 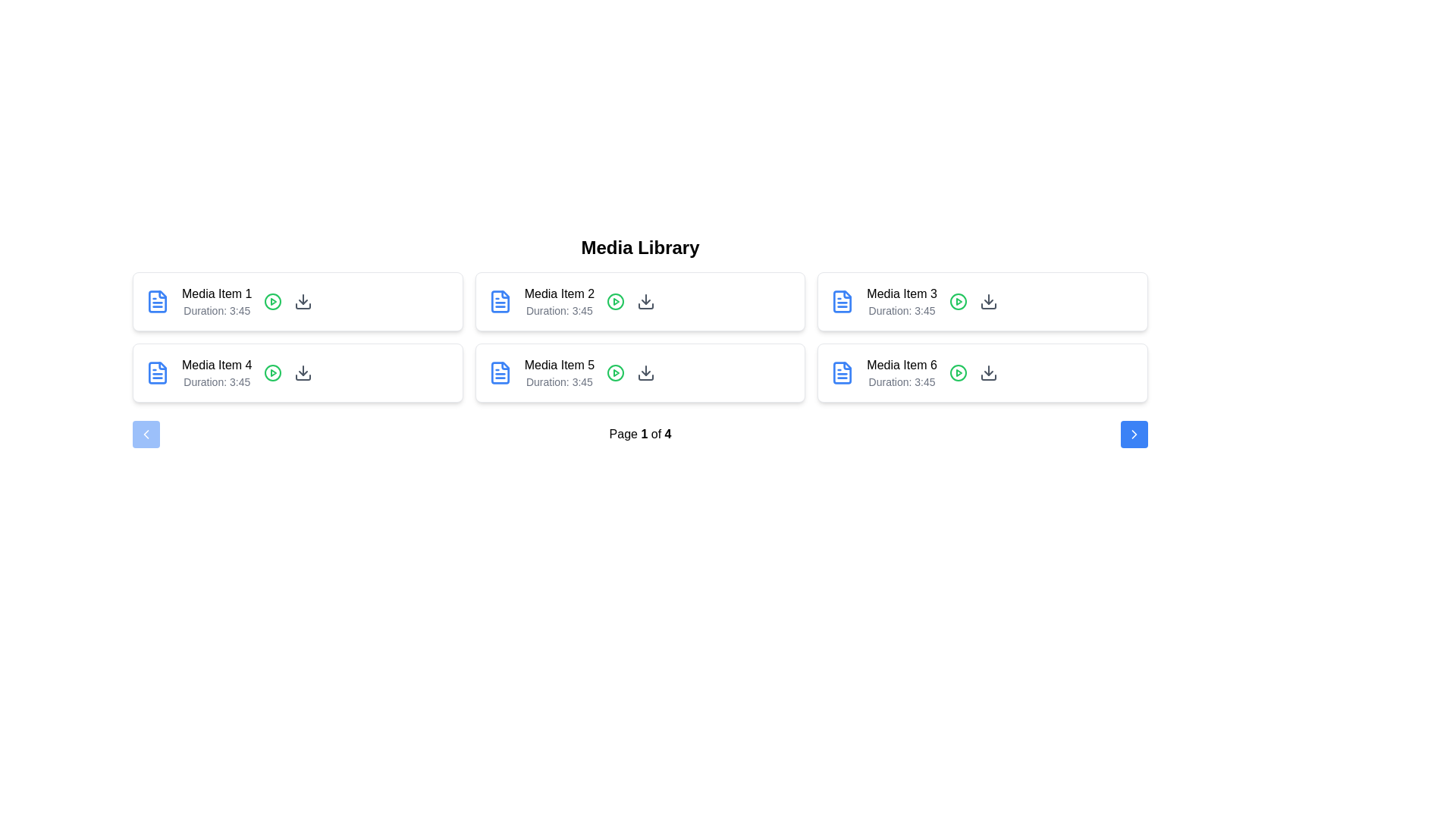 What do you see at coordinates (1134, 435) in the screenshot?
I see `the right-pointing chevron icon button, which is styled with a thin and rounded line and enclosed within a blue circular button` at bounding box center [1134, 435].